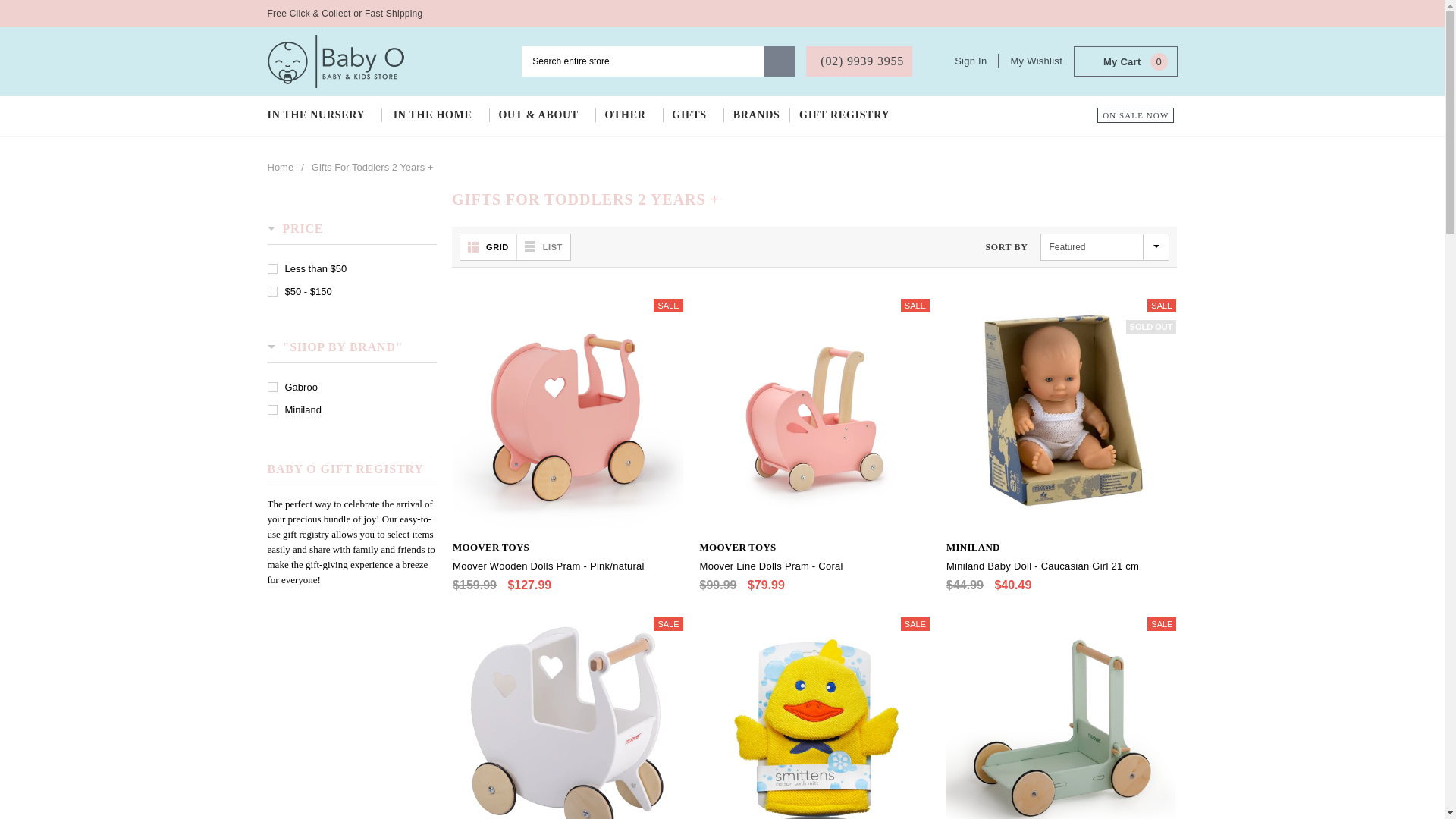 This screenshot has height=819, width=1456. I want to click on 'GIFTS', so click(692, 115).